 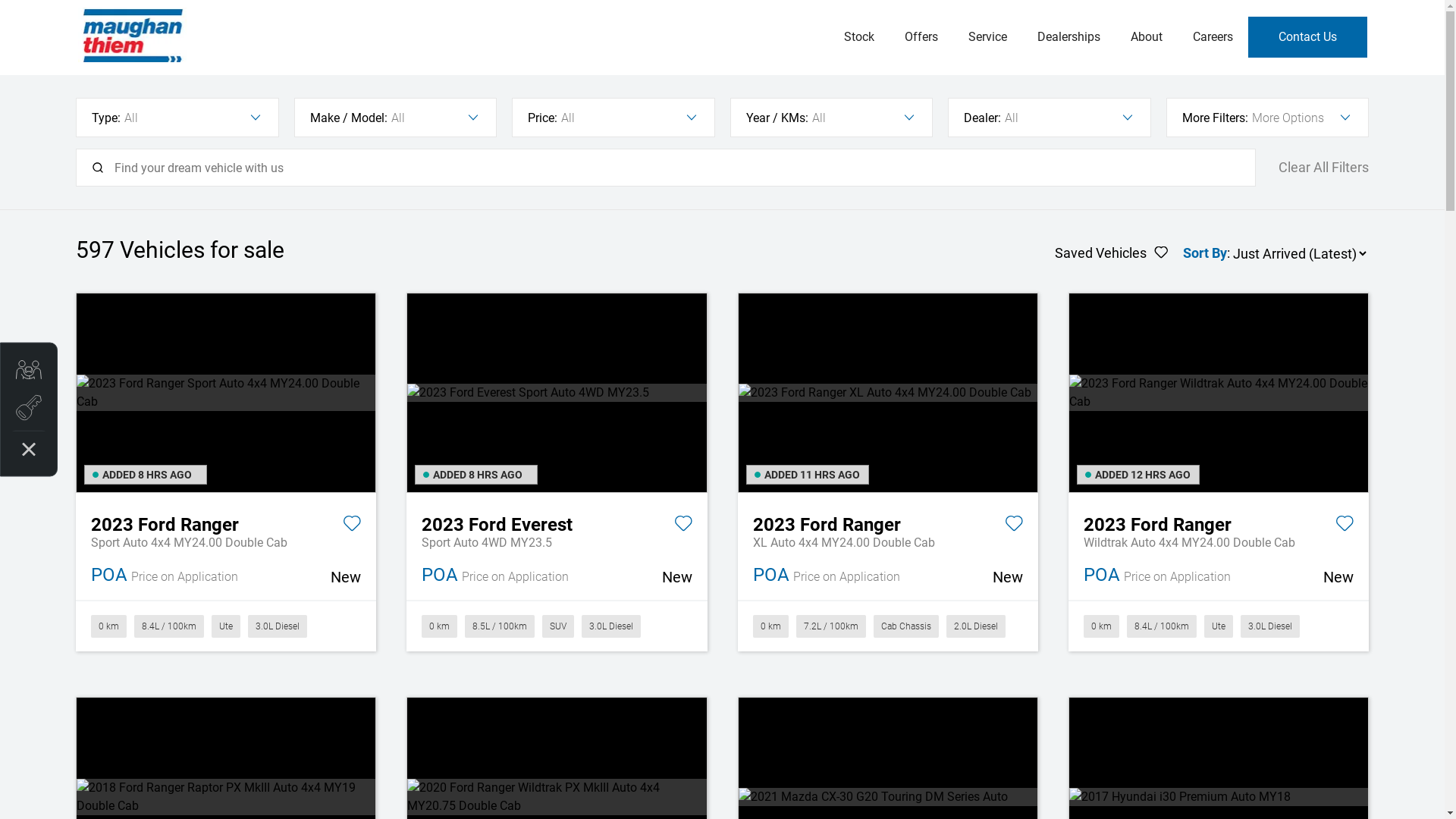 What do you see at coordinates (1219, 522) in the screenshot?
I see `'2023 Ford Ranger` at bounding box center [1219, 522].